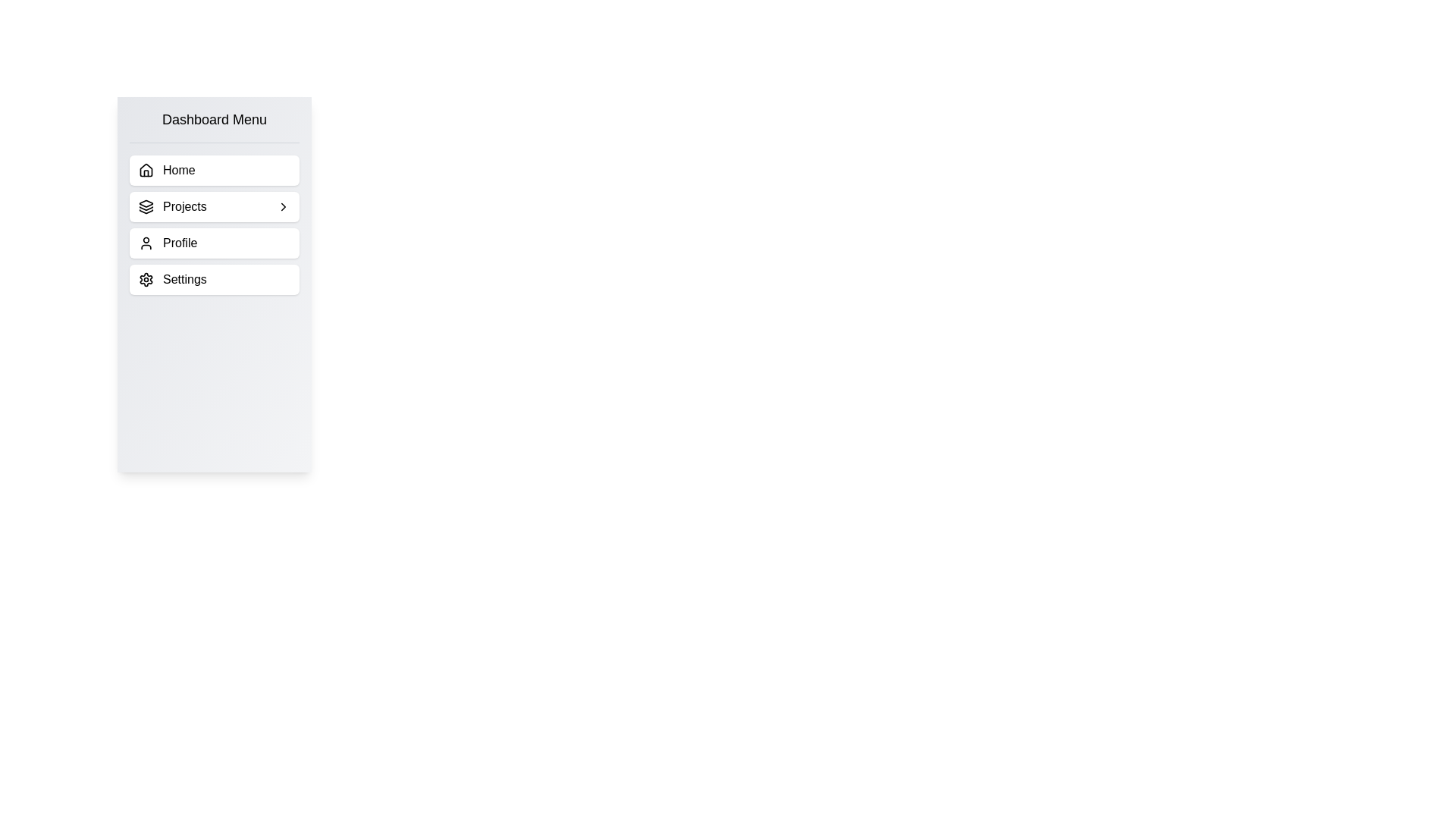 The height and width of the screenshot is (819, 1456). What do you see at coordinates (214, 242) in the screenshot?
I see `the 'Profile' list item in the Dashboard Menu, which is the third option in the vertical list, located beneath 'Projects' and above 'Settings'` at bounding box center [214, 242].